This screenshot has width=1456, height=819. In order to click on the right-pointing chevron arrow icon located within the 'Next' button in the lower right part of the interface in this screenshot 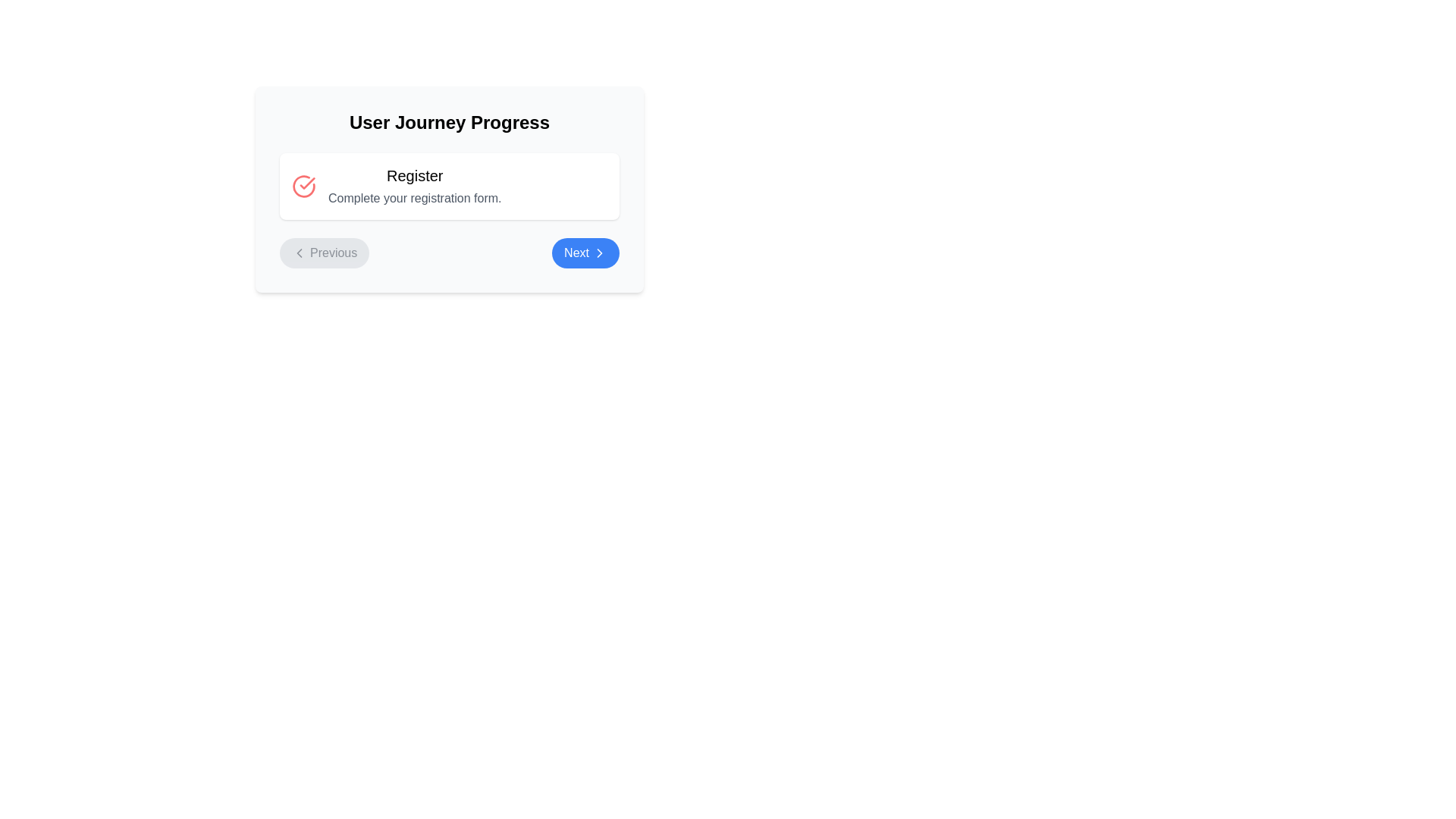, I will do `click(599, 253)`.